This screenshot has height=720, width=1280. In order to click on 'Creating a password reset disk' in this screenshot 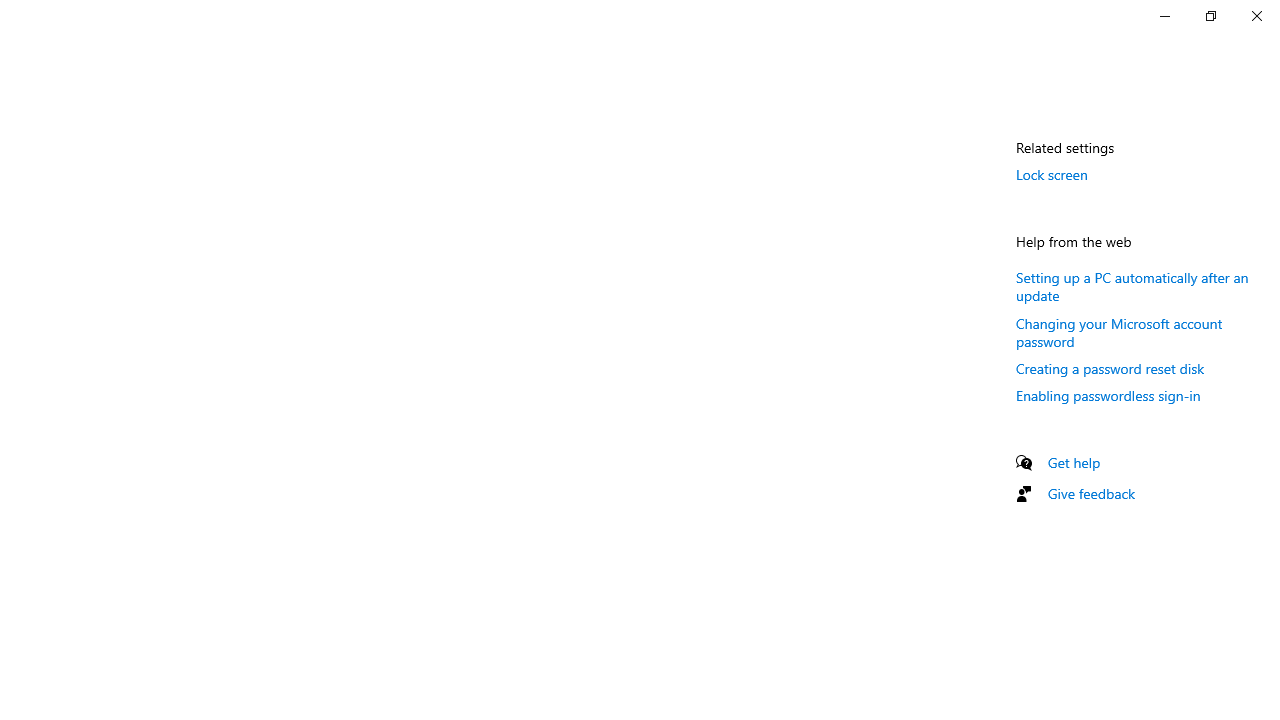, I will do `click(1109, 368)`.